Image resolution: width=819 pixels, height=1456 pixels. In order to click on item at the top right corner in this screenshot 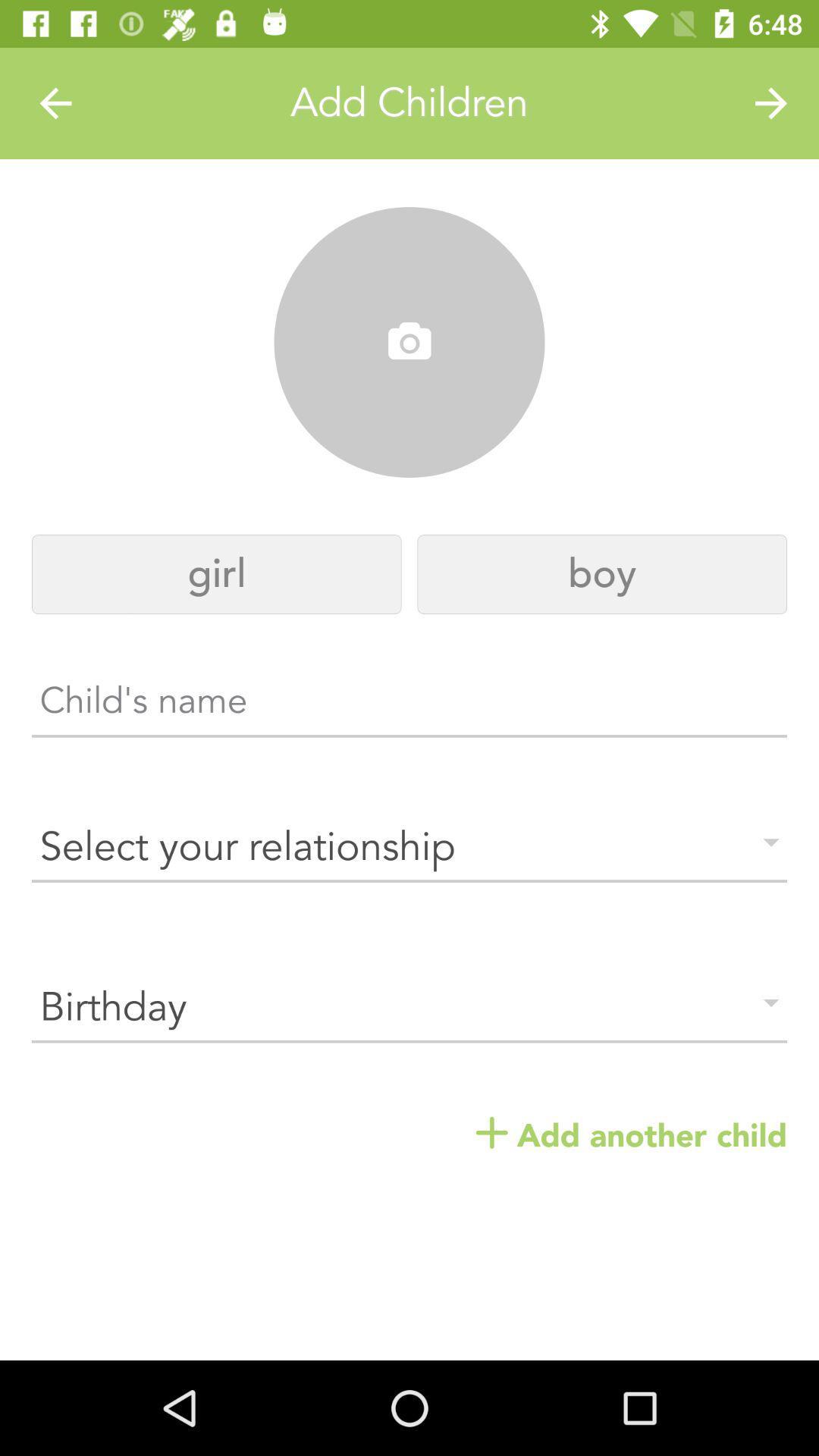, I will do `click(771, 102)`.